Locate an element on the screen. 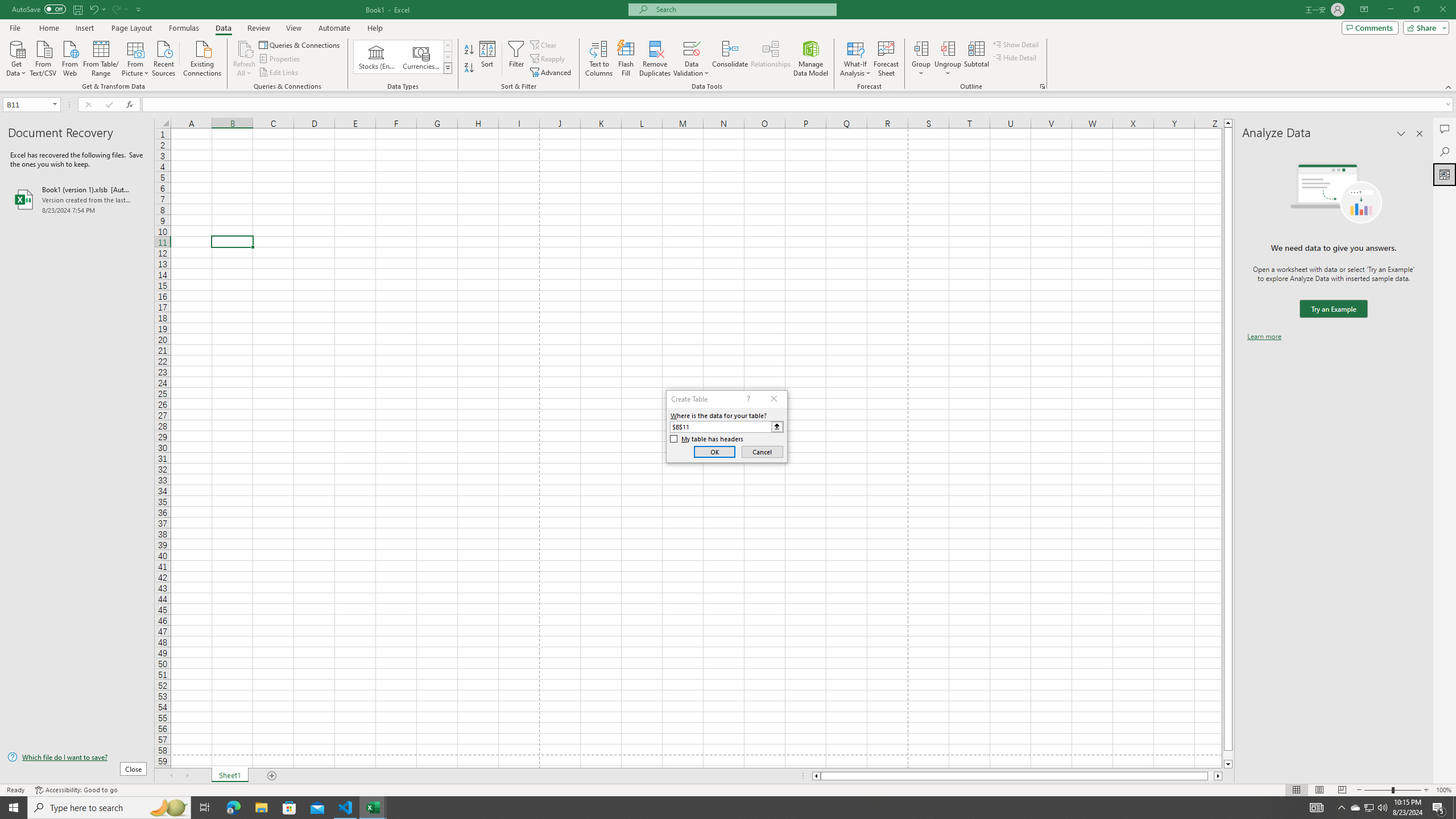 This screenshot has height=819, width=1456. 'Row up' is located at coordinates (448, 45).